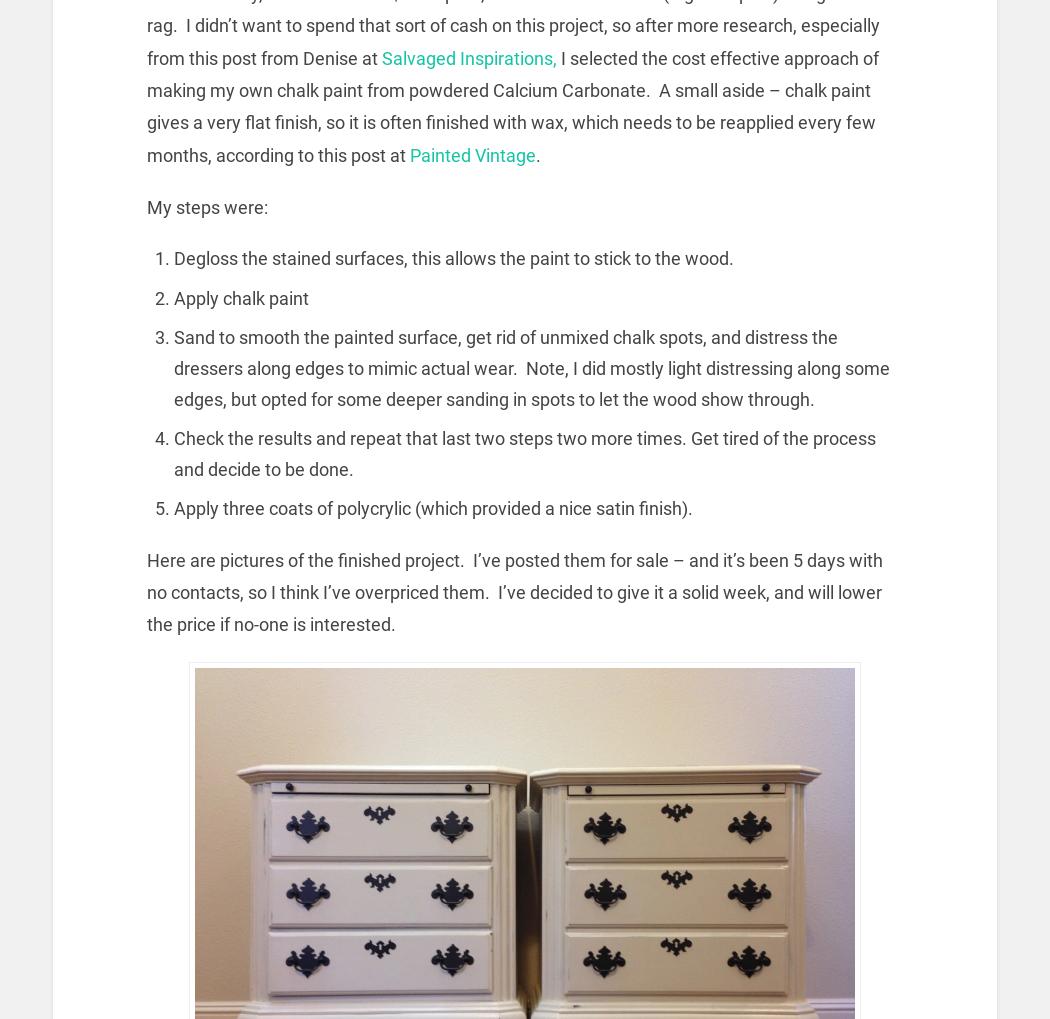 The width and height of the screenshot is (1050, 1019). I want to click on 'Apply chalk paint', so click(241, 296).